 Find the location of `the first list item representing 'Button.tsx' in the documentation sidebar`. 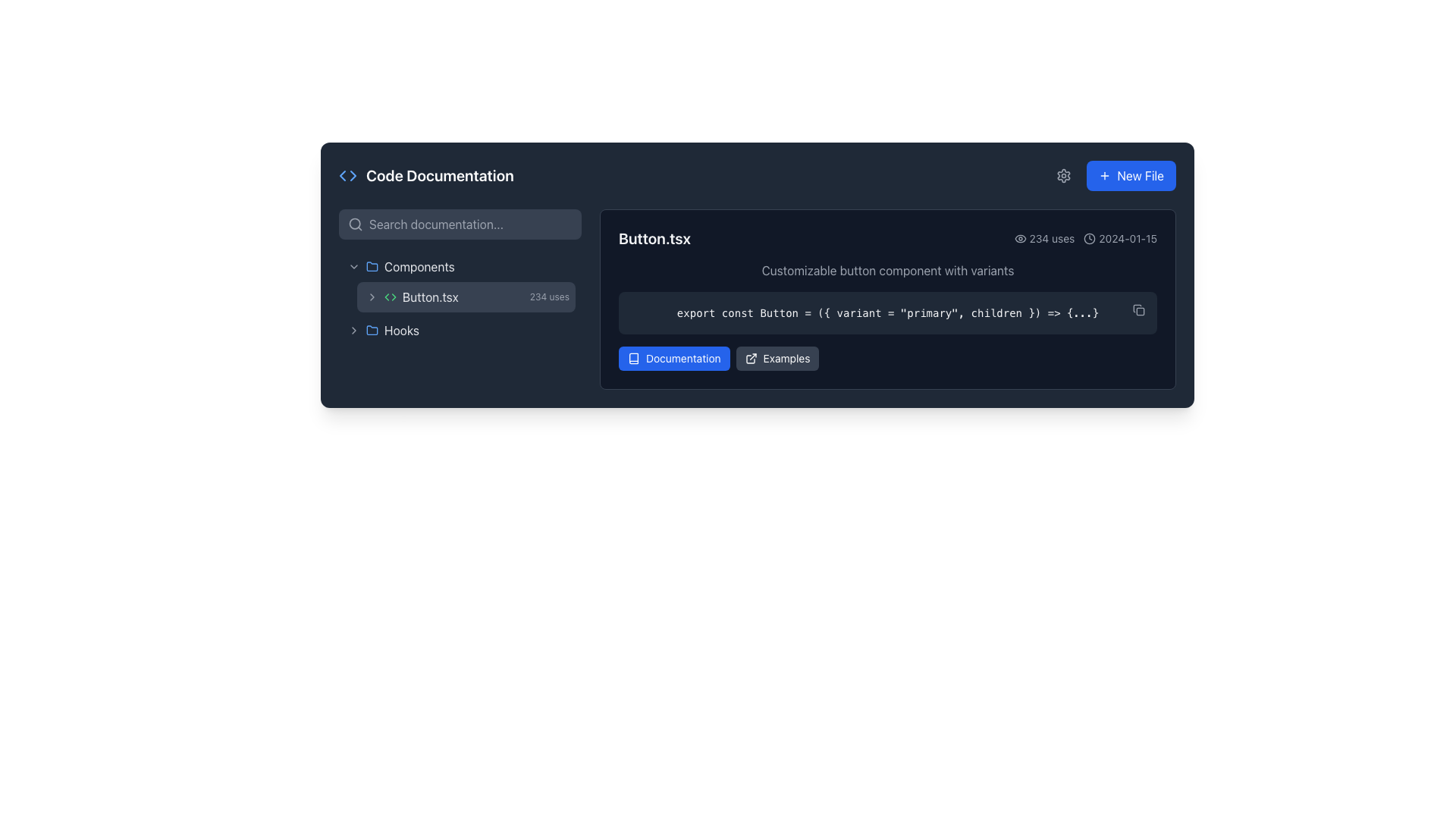

the first list item representing 'Button.tsx' in the documentation sidebar is located at coordinates (465, 297).